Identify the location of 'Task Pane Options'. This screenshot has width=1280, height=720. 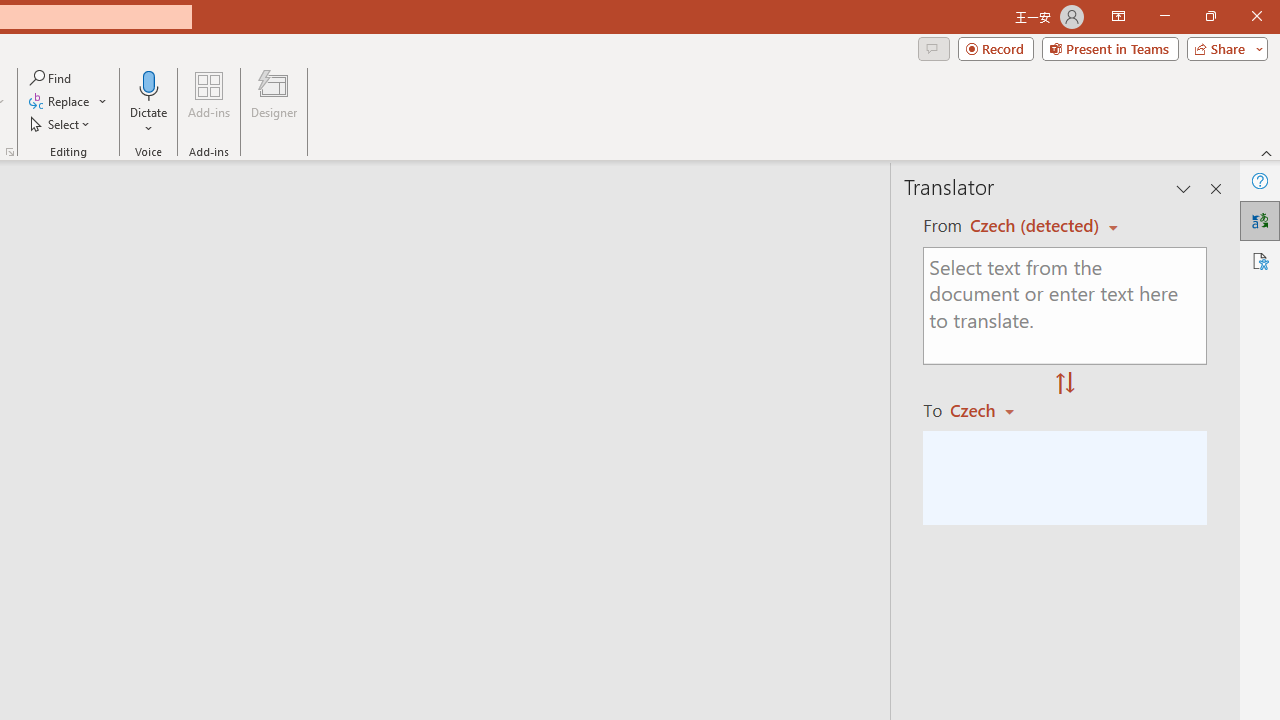
(1184, 189).